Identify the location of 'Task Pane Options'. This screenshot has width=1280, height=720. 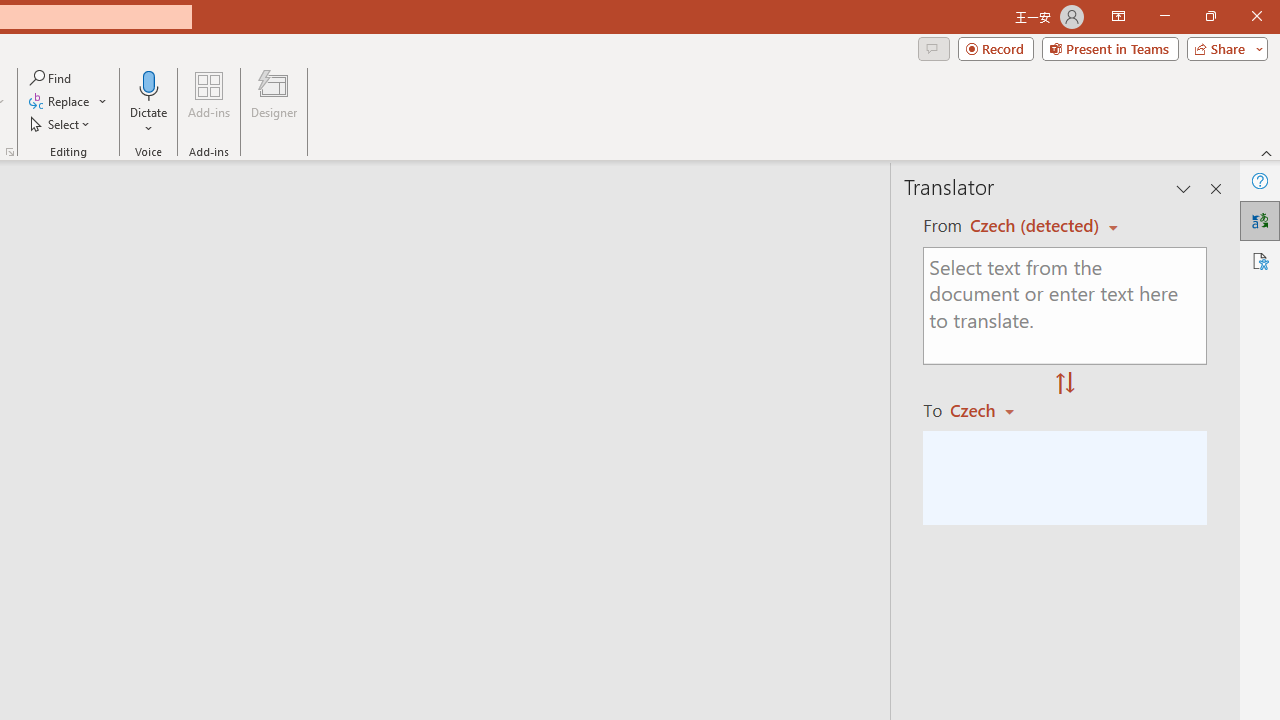
(1184, 189).